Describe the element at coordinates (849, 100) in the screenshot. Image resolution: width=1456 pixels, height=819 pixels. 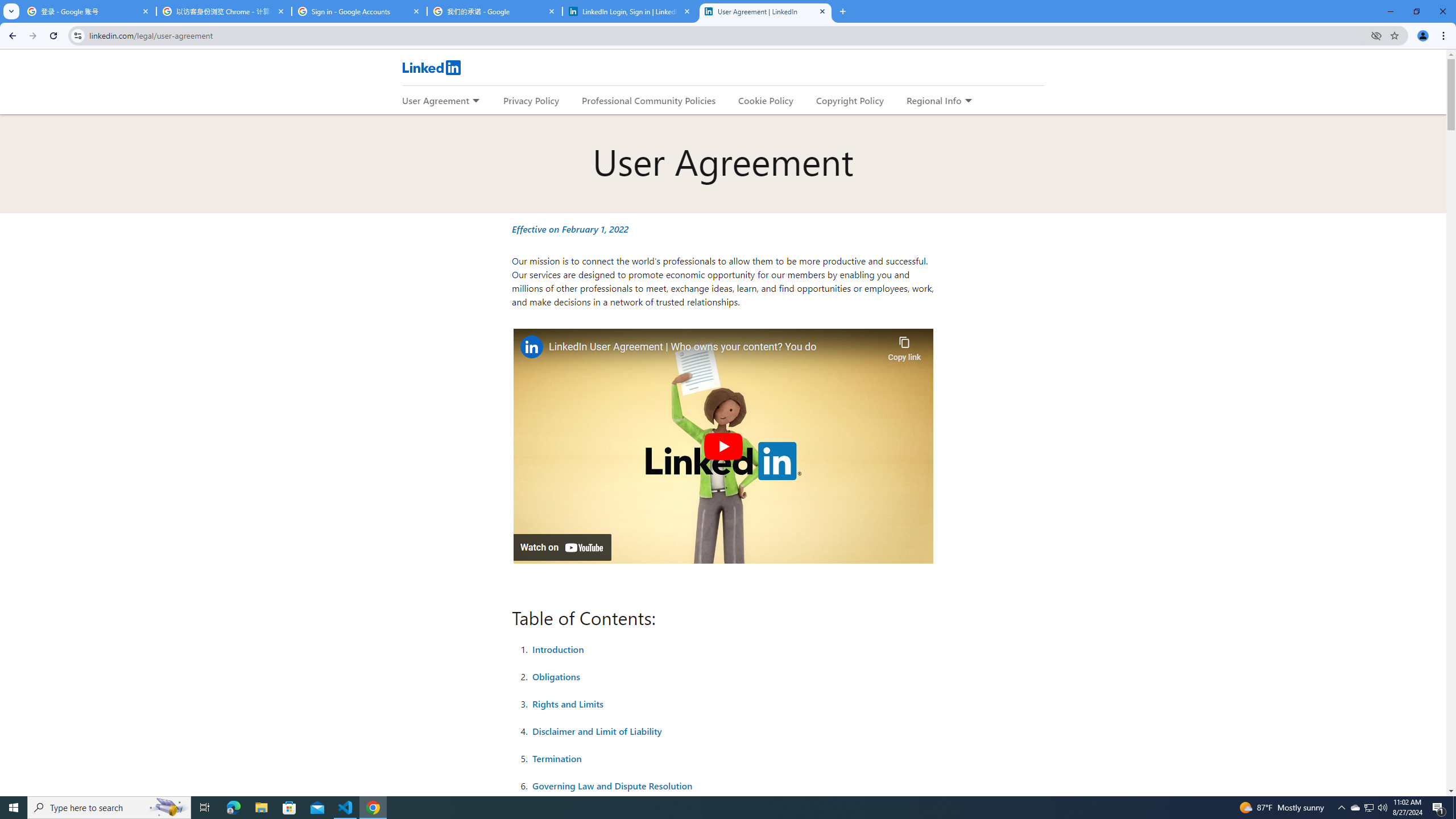
I see `'Copyright Policy'` at that location.